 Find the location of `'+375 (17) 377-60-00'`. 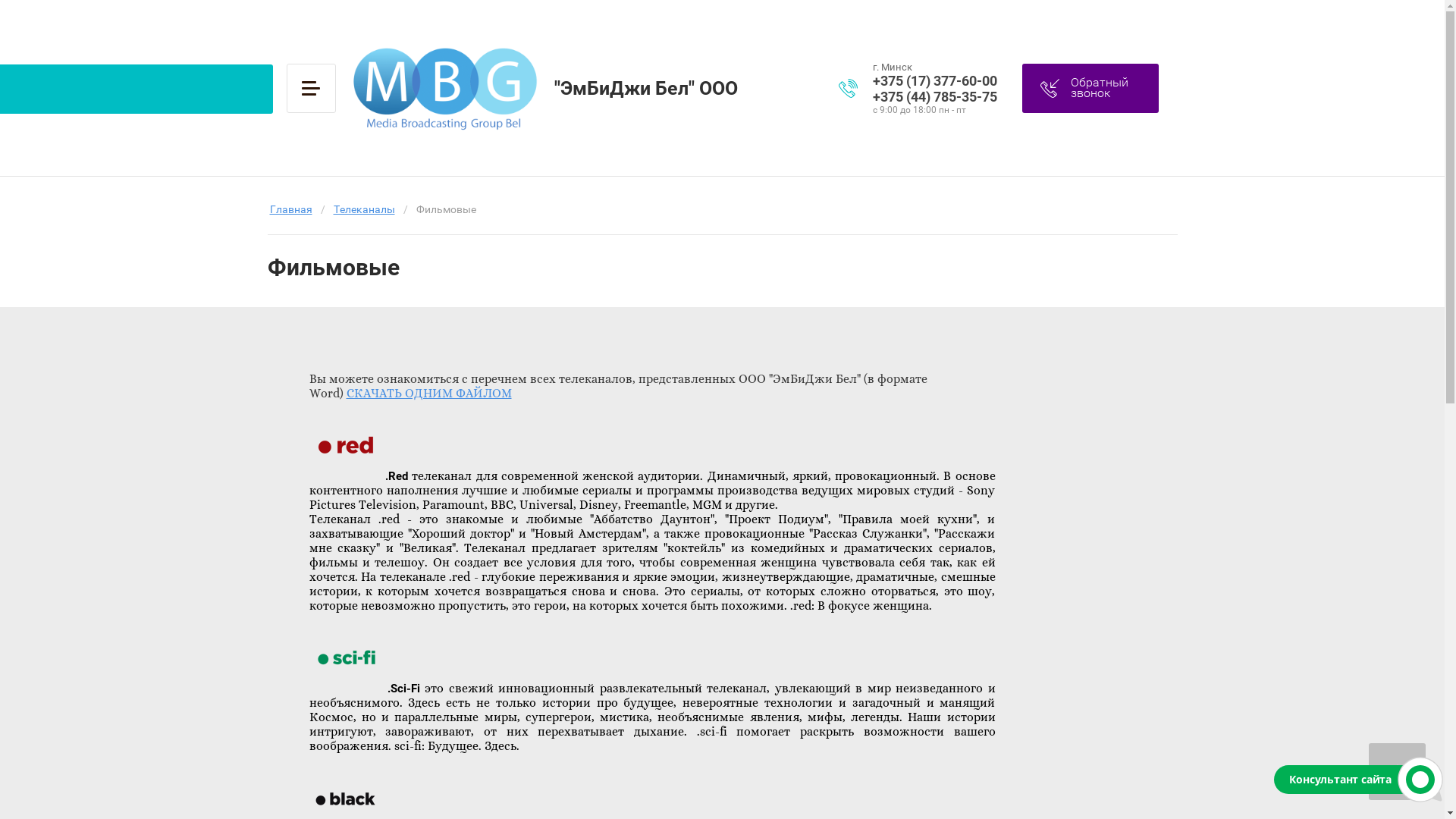

'+375 (17) 377-60-00' is located at coordinates (940, 80).